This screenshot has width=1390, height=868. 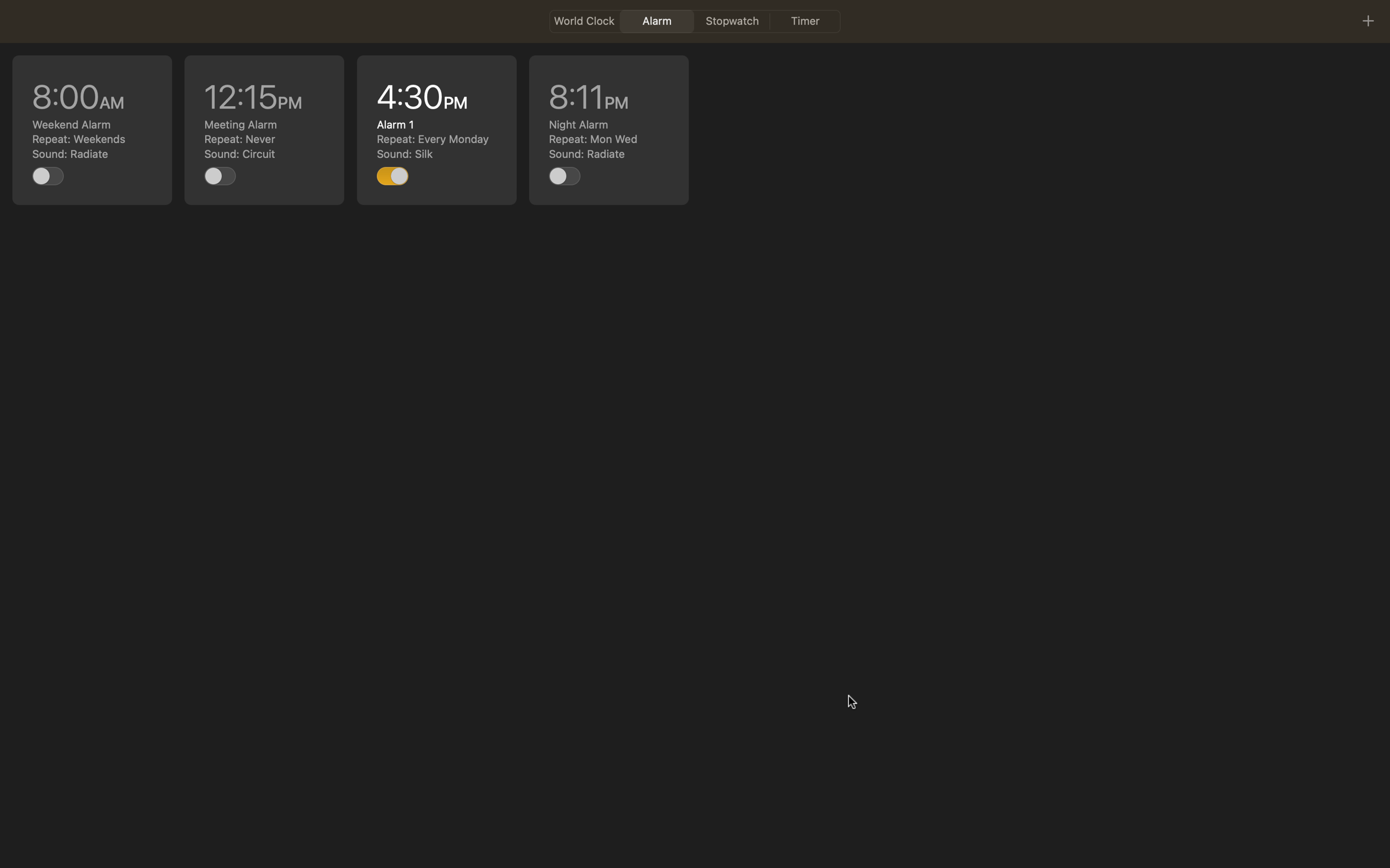 I want to click on Edit the 8am task, so click(x=92, y=129).